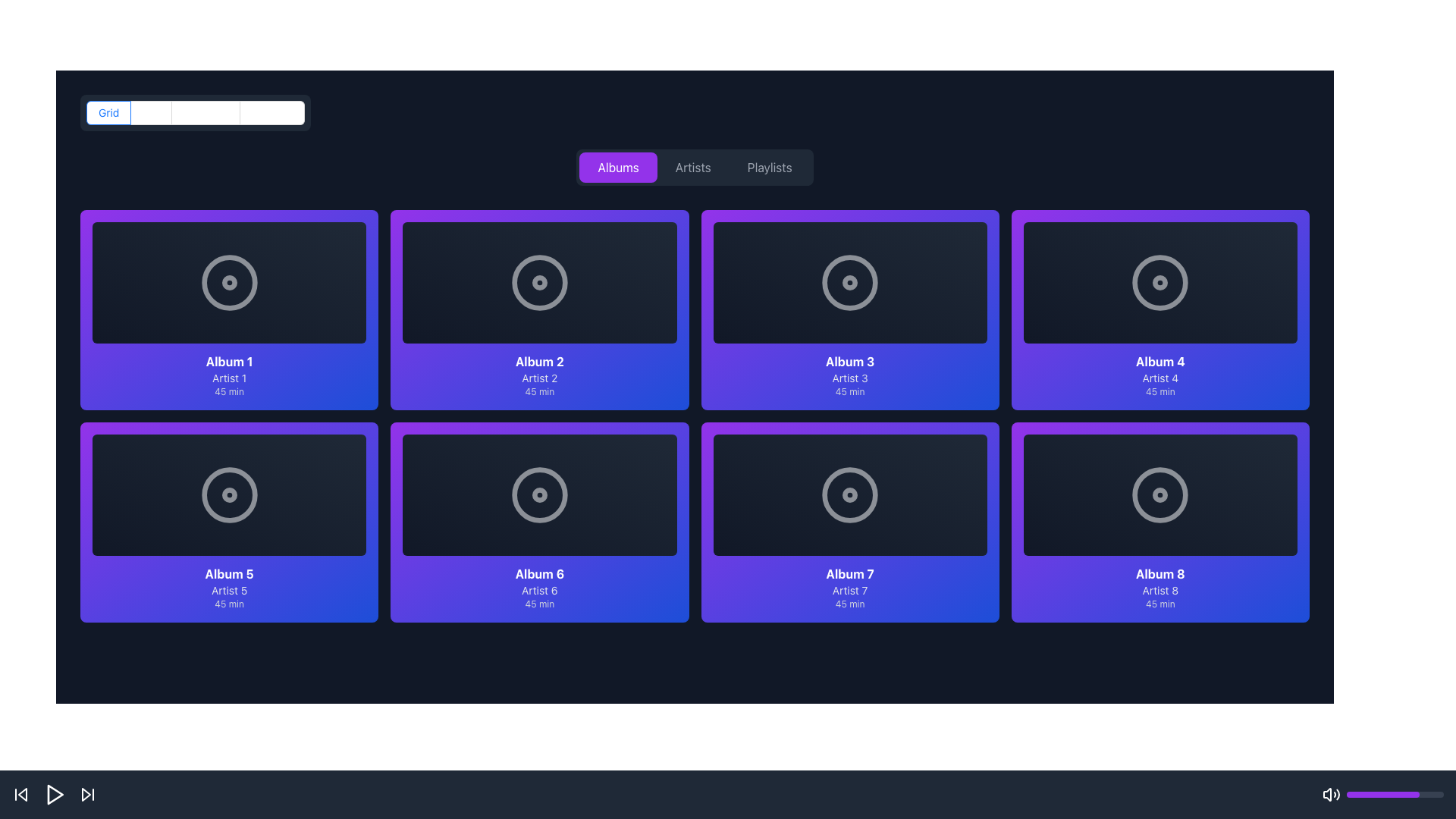 The width and height of the screenshot is (1456, 819). What do you see at coordinates (55, 794) in the screenshot?
I see `the triangular play icon button located on the dark control bar to play media` at bounding box center [55, 794].